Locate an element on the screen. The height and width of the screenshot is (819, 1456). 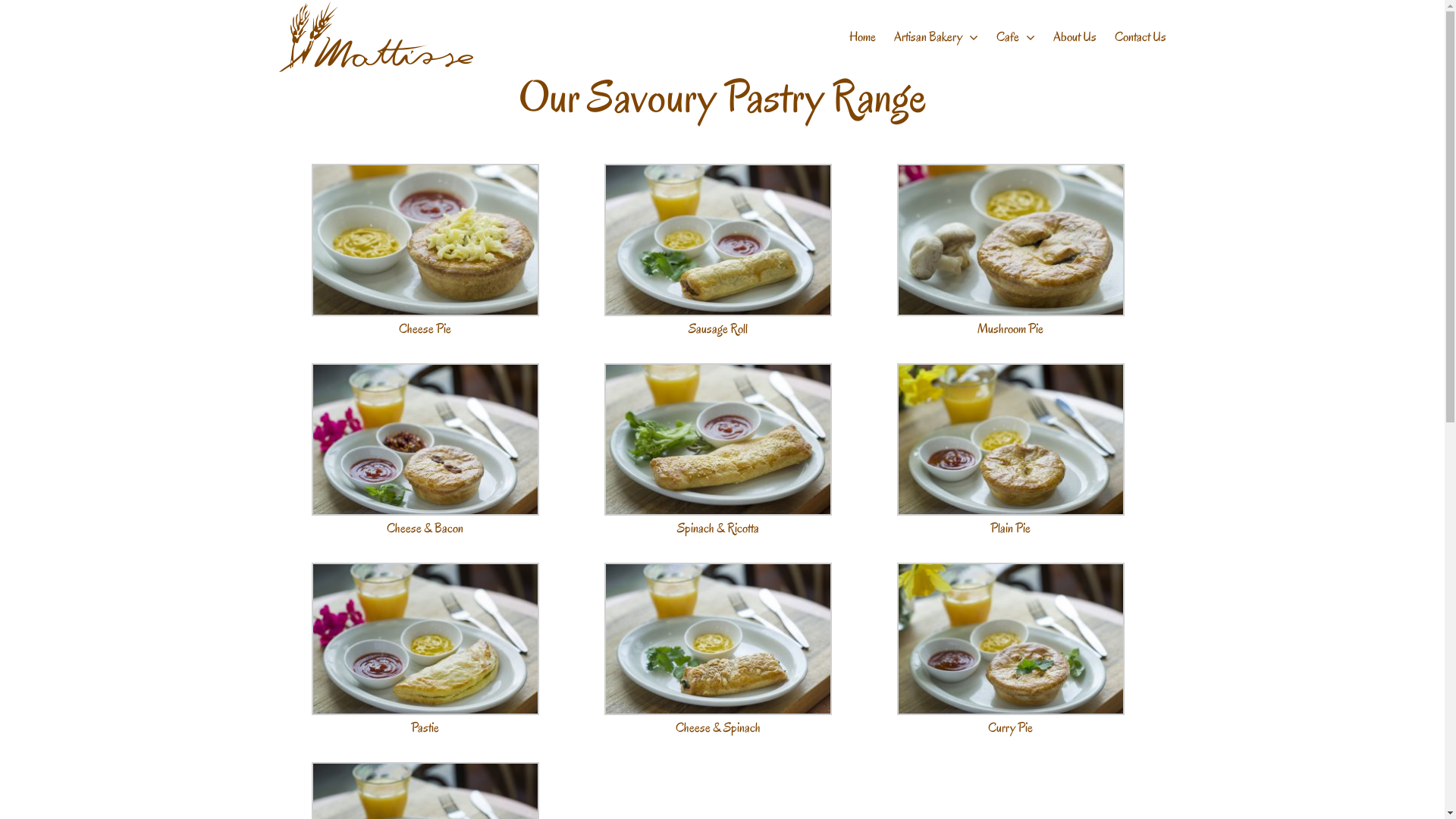
'About Us' is located at coordinates (1073, 36).